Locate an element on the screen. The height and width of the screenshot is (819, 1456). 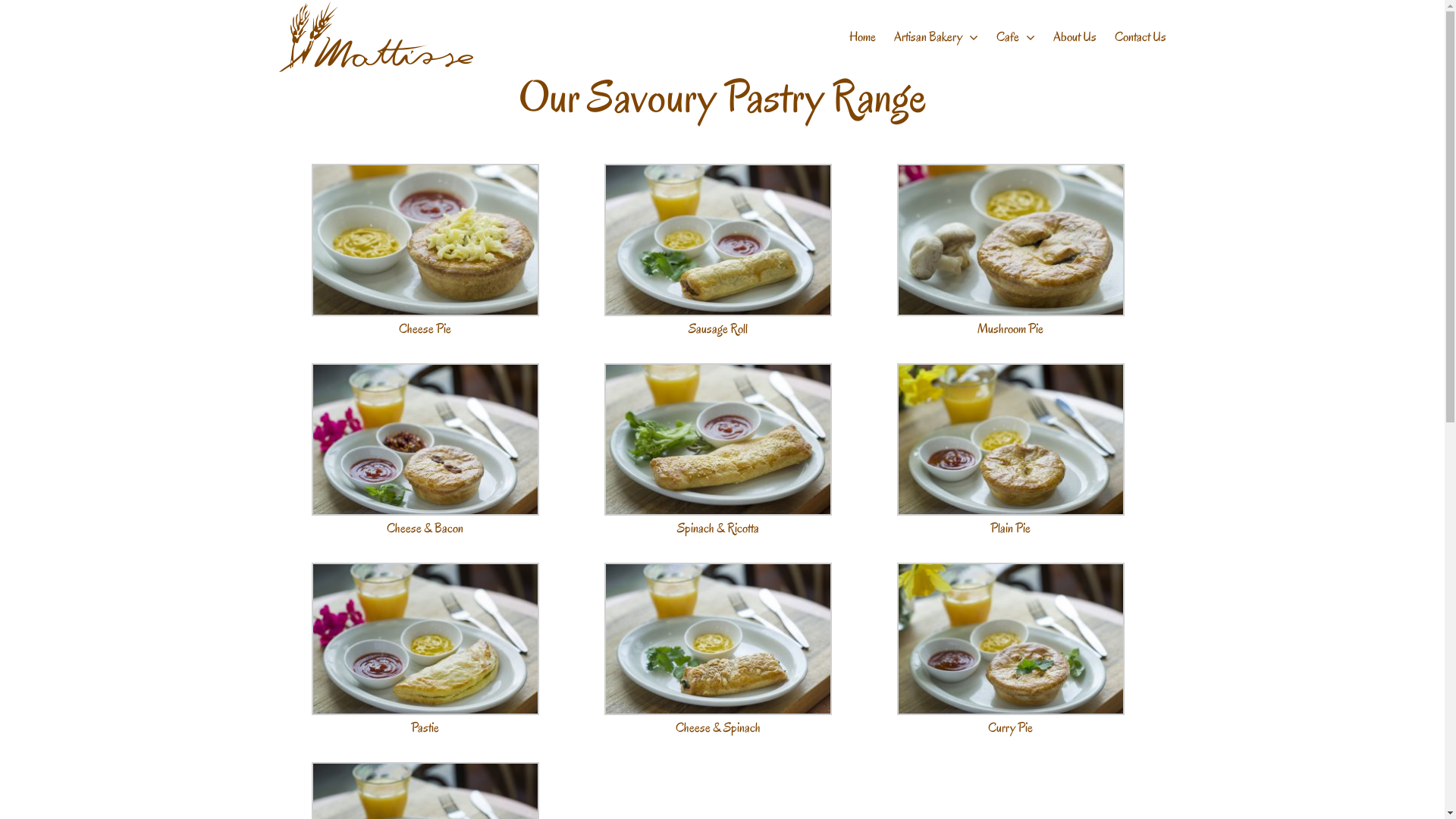
'About Us' is located at coordinates (1073, 36).